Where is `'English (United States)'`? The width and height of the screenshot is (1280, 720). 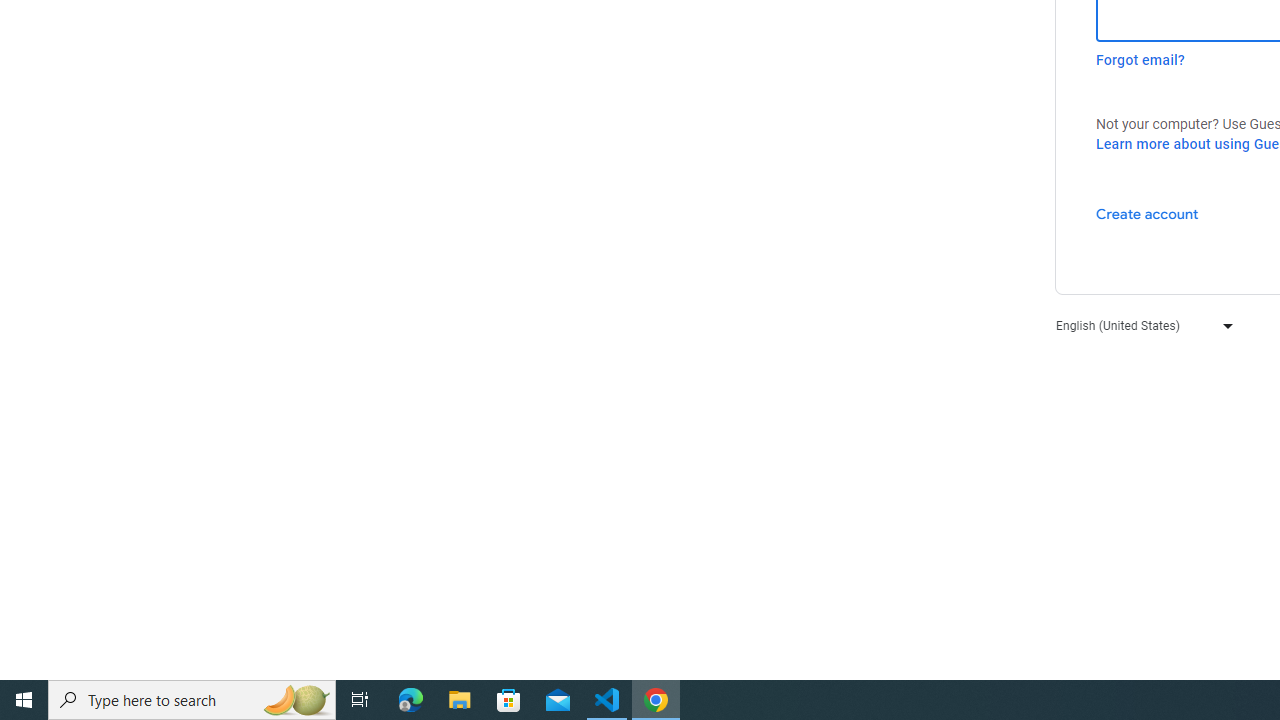
'English (United States)' is located at coordinates (1139, 324).